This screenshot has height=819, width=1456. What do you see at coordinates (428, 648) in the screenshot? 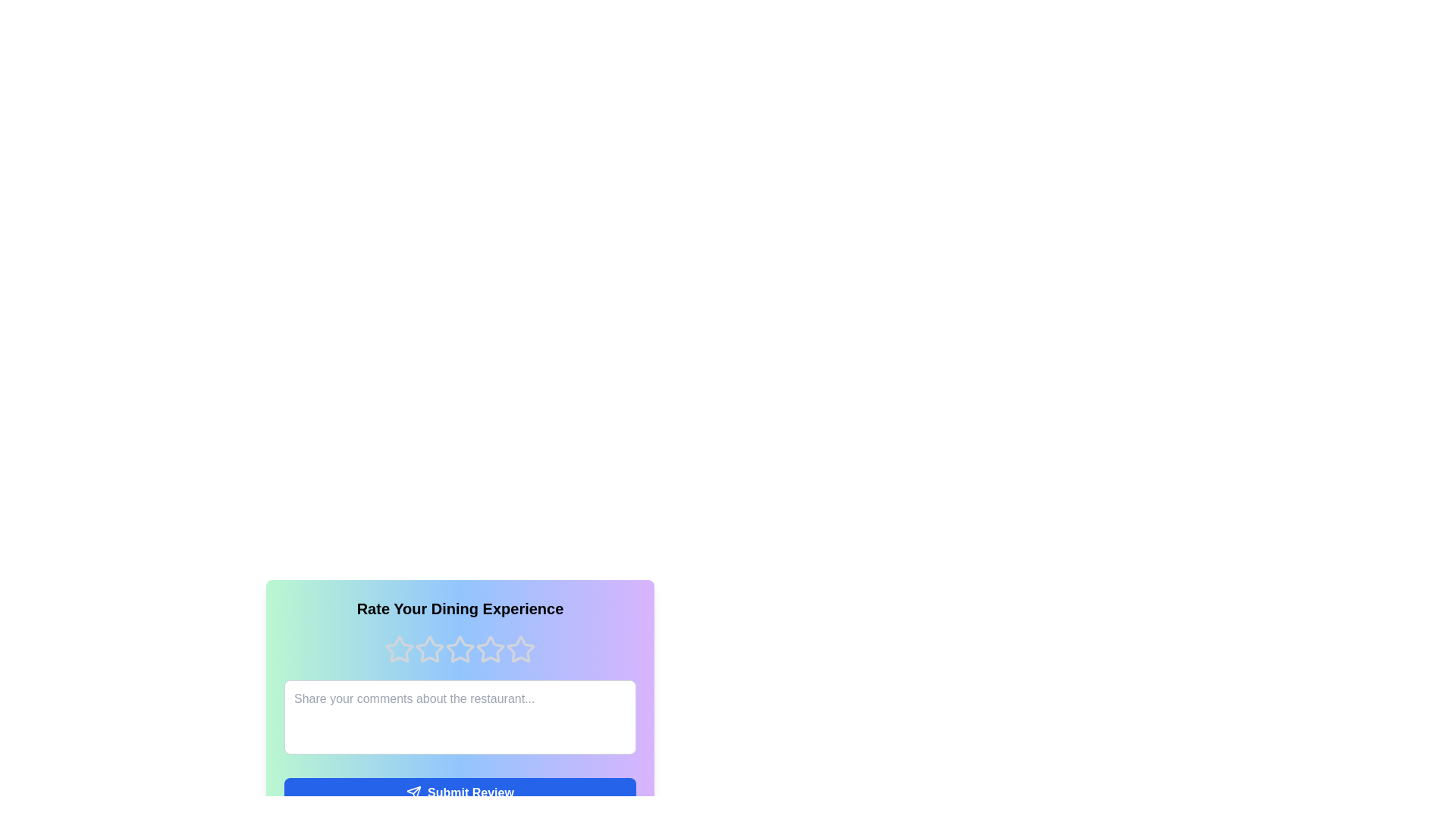
I see `the second star icon in the rating system` at bounding box center [428, 648].